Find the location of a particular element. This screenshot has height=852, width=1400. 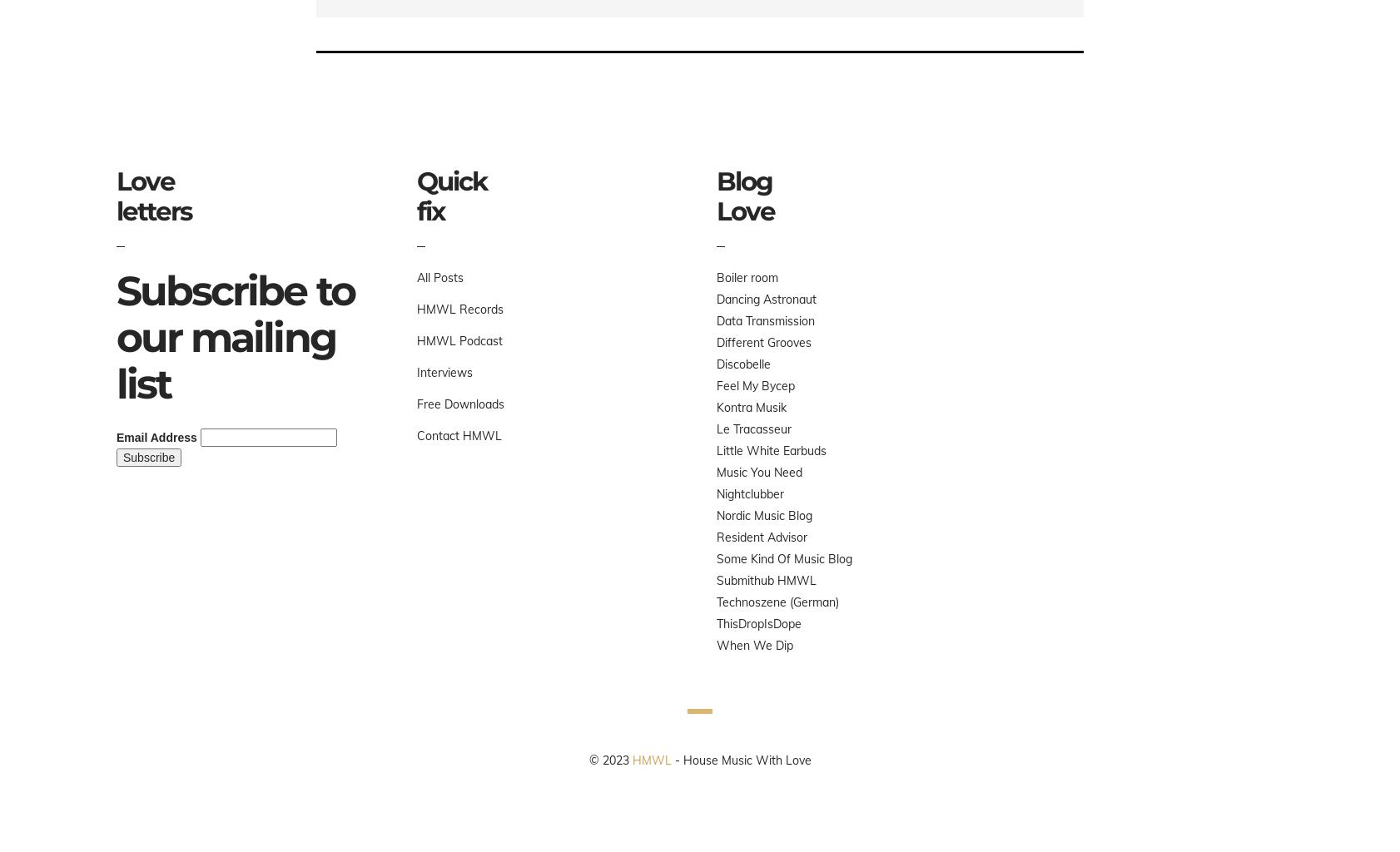

'Nordic Music Blog' is located at coordinates (763, 515).